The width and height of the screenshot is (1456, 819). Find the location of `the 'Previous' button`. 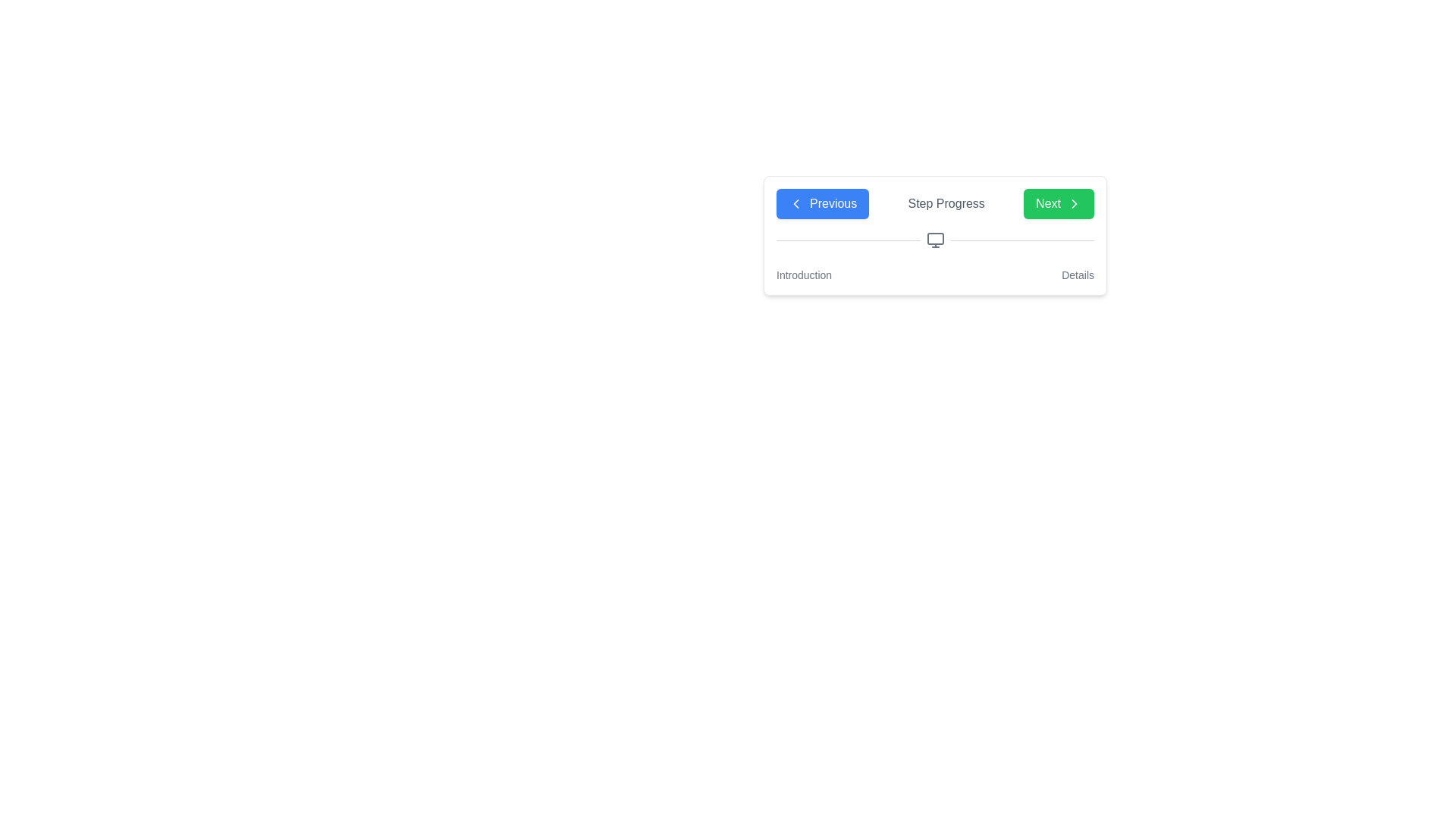

the 'Previous' button is located at coordinates (822, 203).